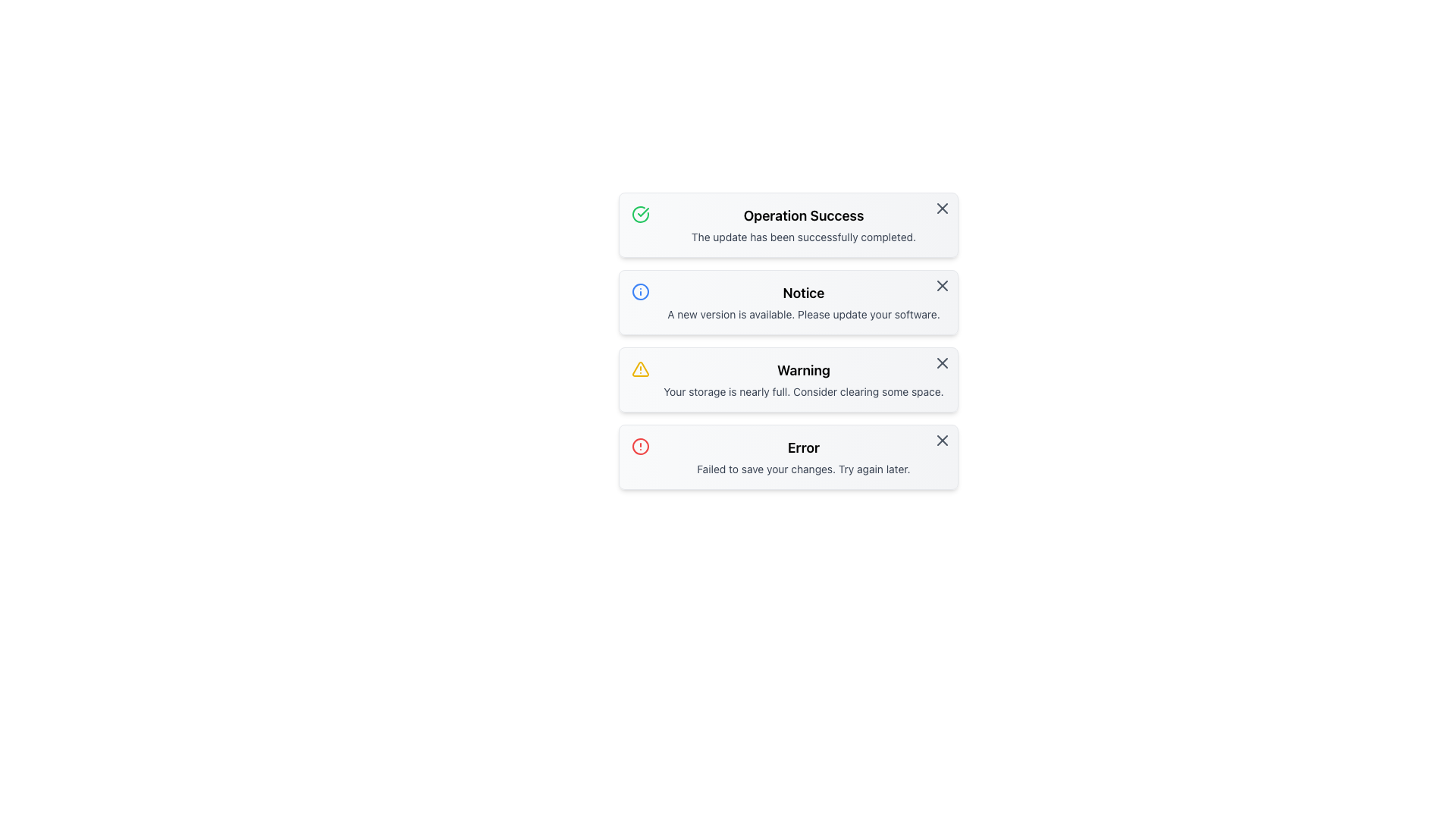 The height and width of the screenshot is (819, 1456). Describe the element at coordinates (803, 302) in the screenshot. I see `the informational text block notifying the user about the availability of a software update, which is centrally aligned in the notification list below the 'Operation Success' message` at that location.